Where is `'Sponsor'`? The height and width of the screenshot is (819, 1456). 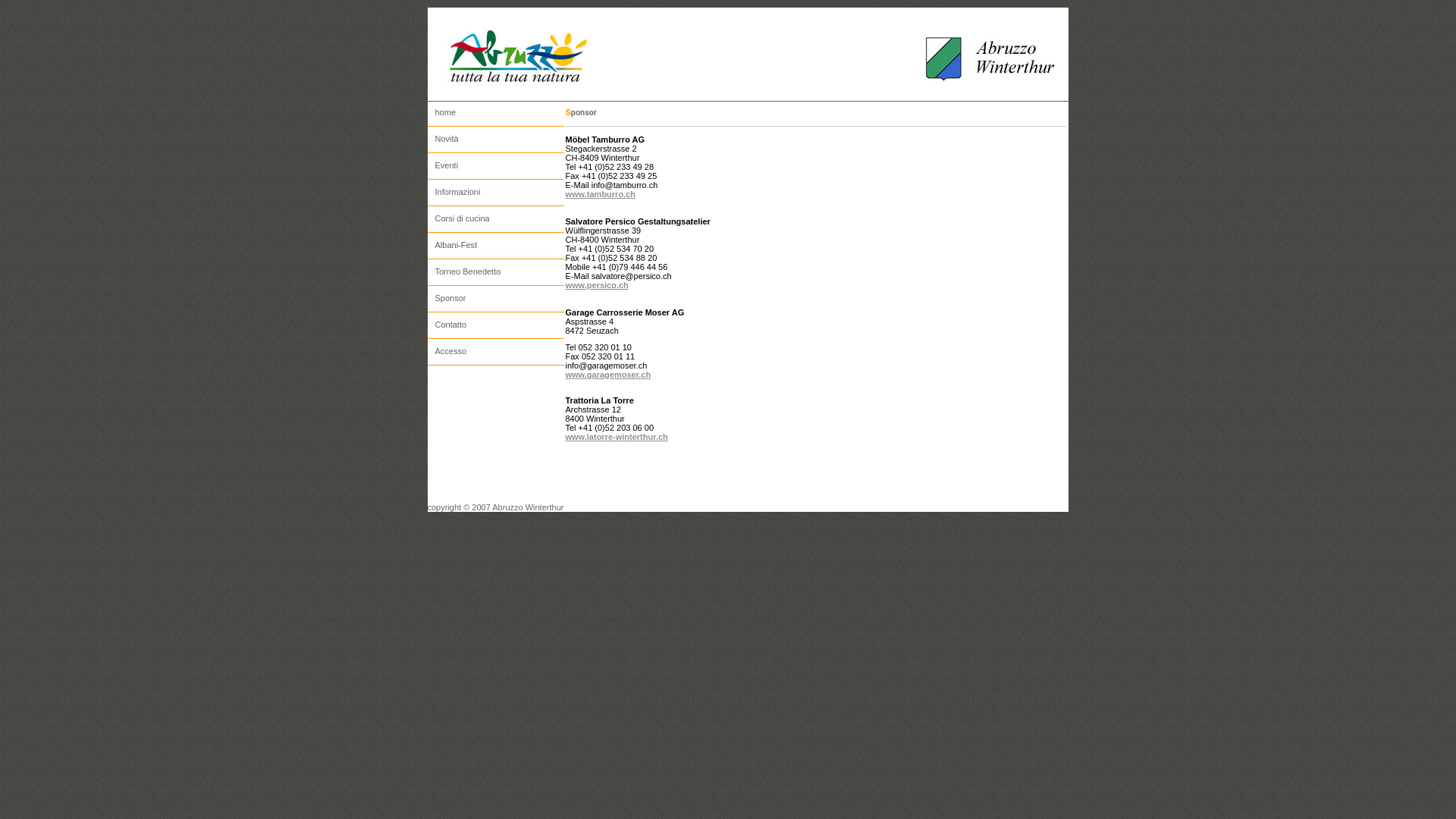
'Sponsor' is located at coordinates (495, 300).